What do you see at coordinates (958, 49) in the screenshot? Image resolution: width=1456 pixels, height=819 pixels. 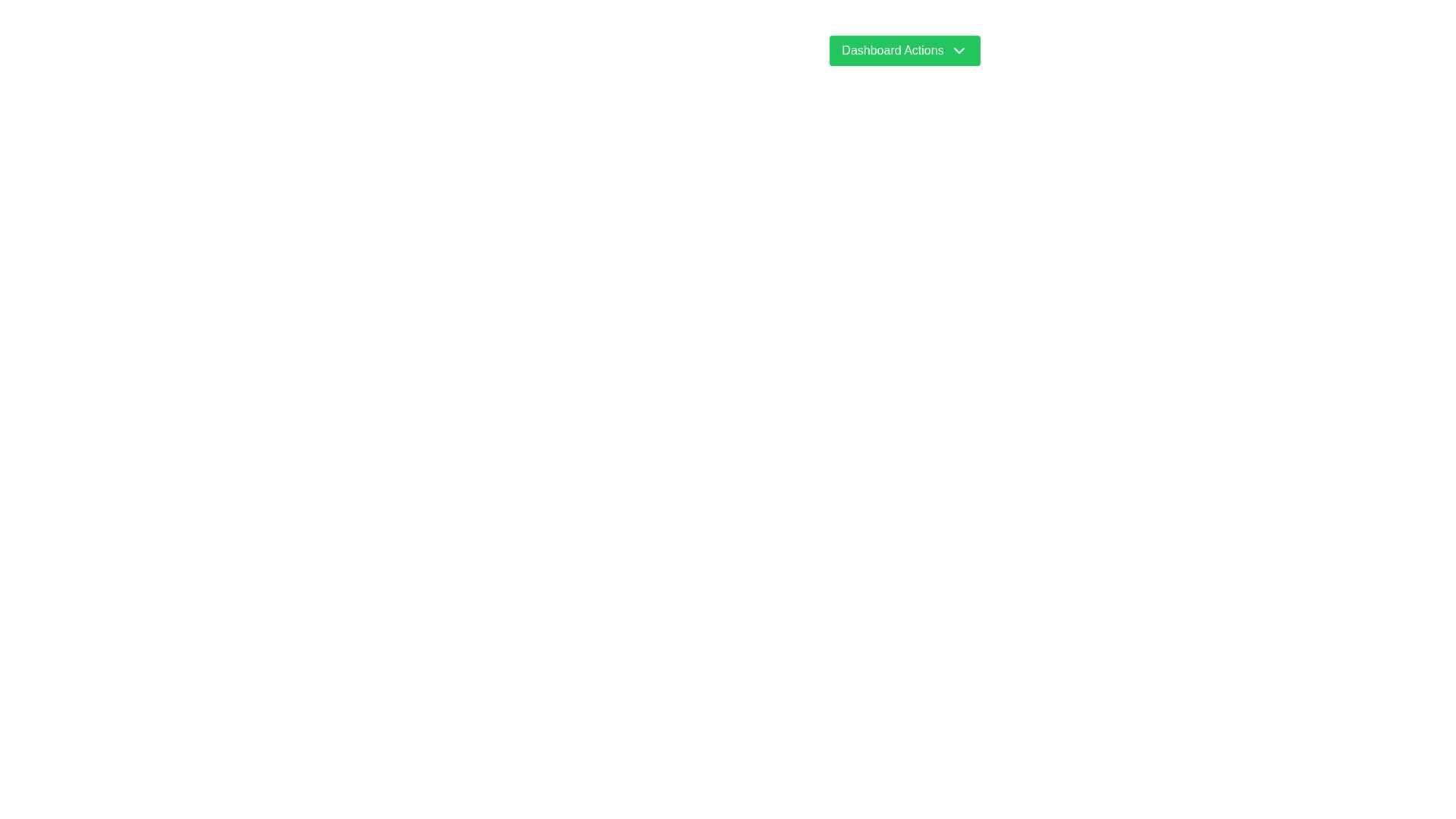 I see `the downward-facing chevron icon located at the far-right edge of the 'Dashboard Actions' button` at bounding box center [958, 49].